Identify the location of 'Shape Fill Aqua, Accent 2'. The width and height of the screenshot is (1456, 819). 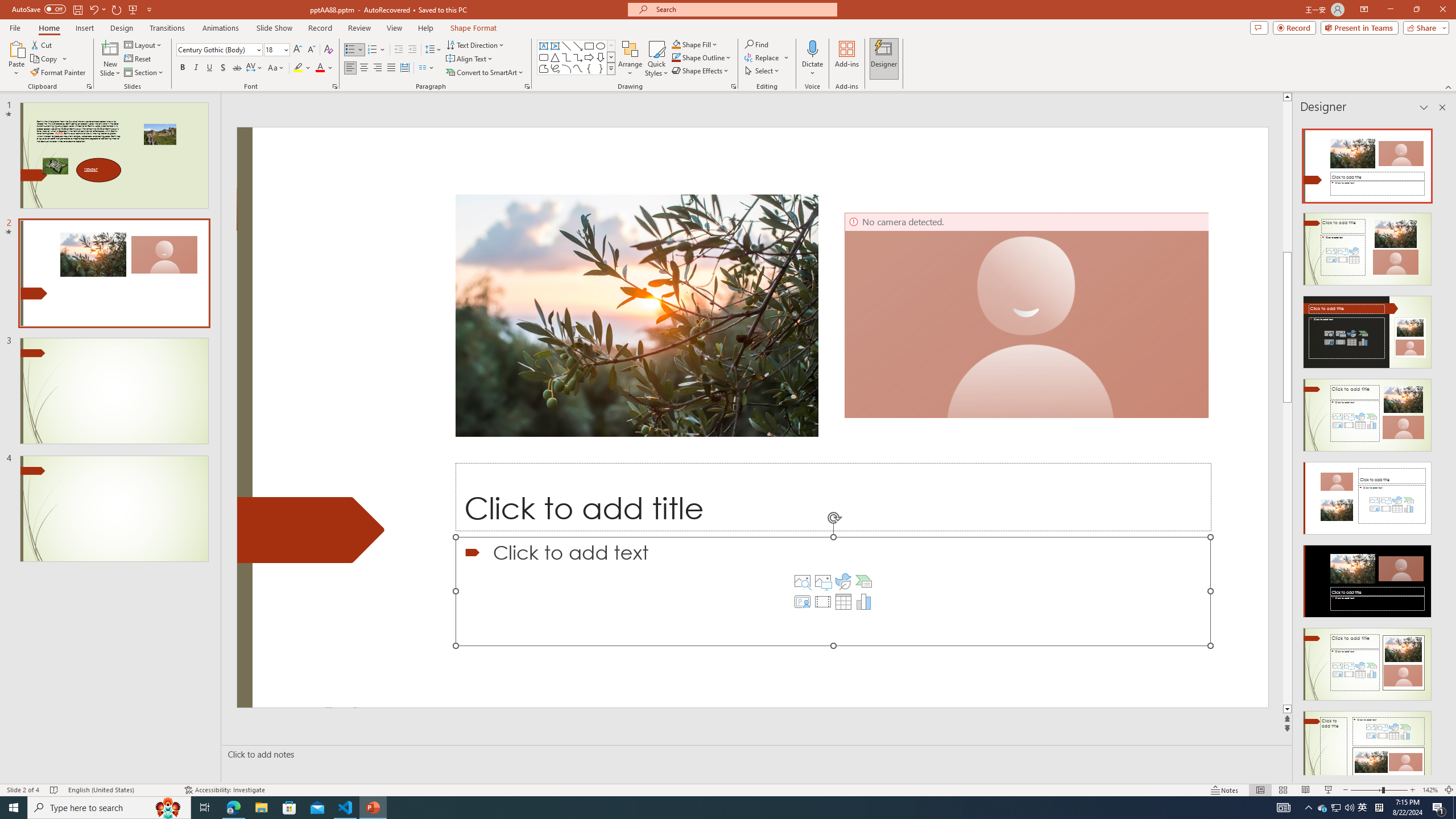
(676, 44).